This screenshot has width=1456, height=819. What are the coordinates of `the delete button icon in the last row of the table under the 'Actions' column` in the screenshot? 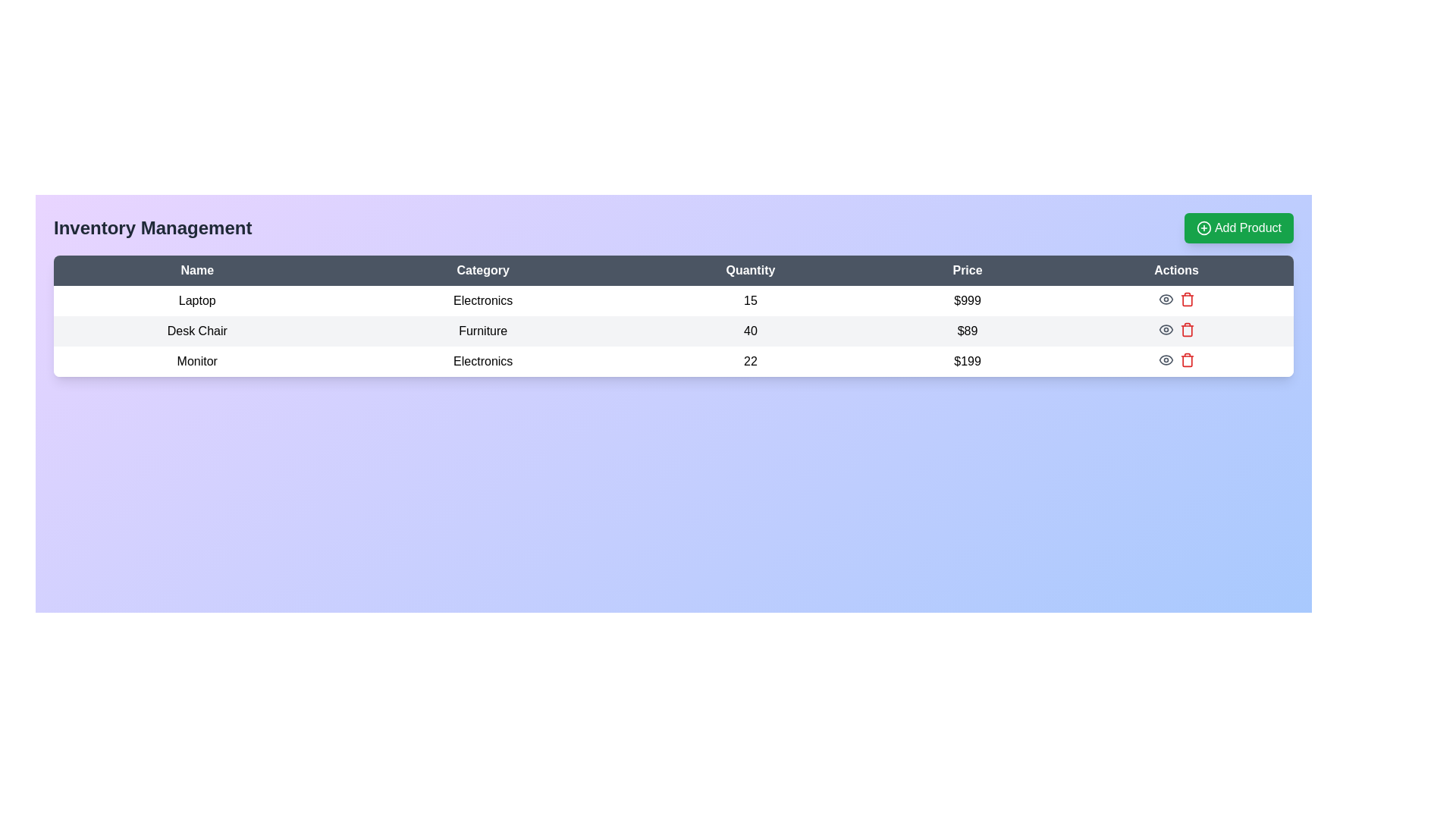 It's located at (1186, 359).